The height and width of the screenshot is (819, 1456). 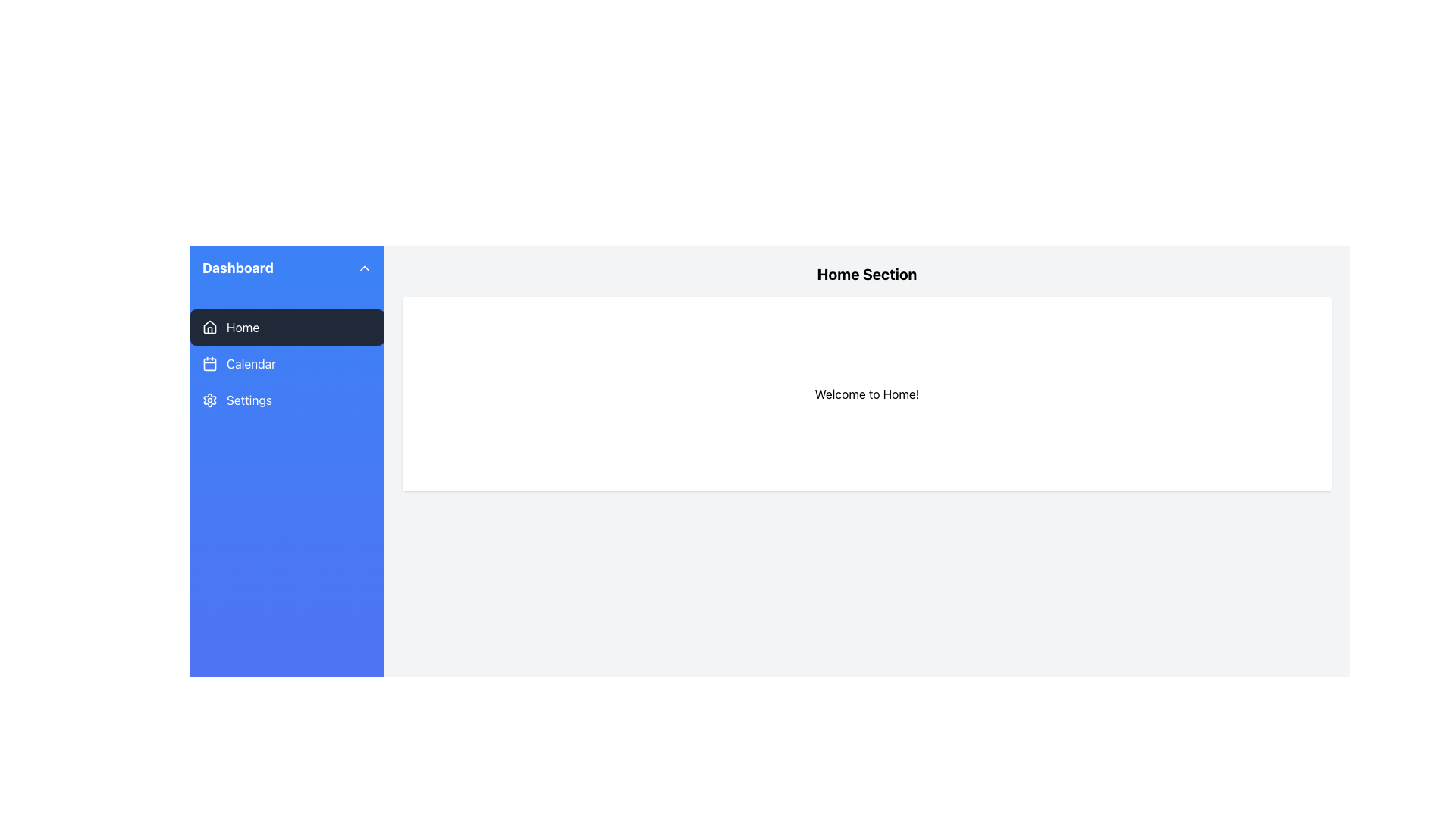 What do you see at coordinates (209, 326) in the screenshot?
I see `the 'Home' icon in the navigation menu, which is positioned directly to the left of the 'Home' label and above the 'Calendar' icon, to navigate to the main dashboard` at bounding box center [209, 326].